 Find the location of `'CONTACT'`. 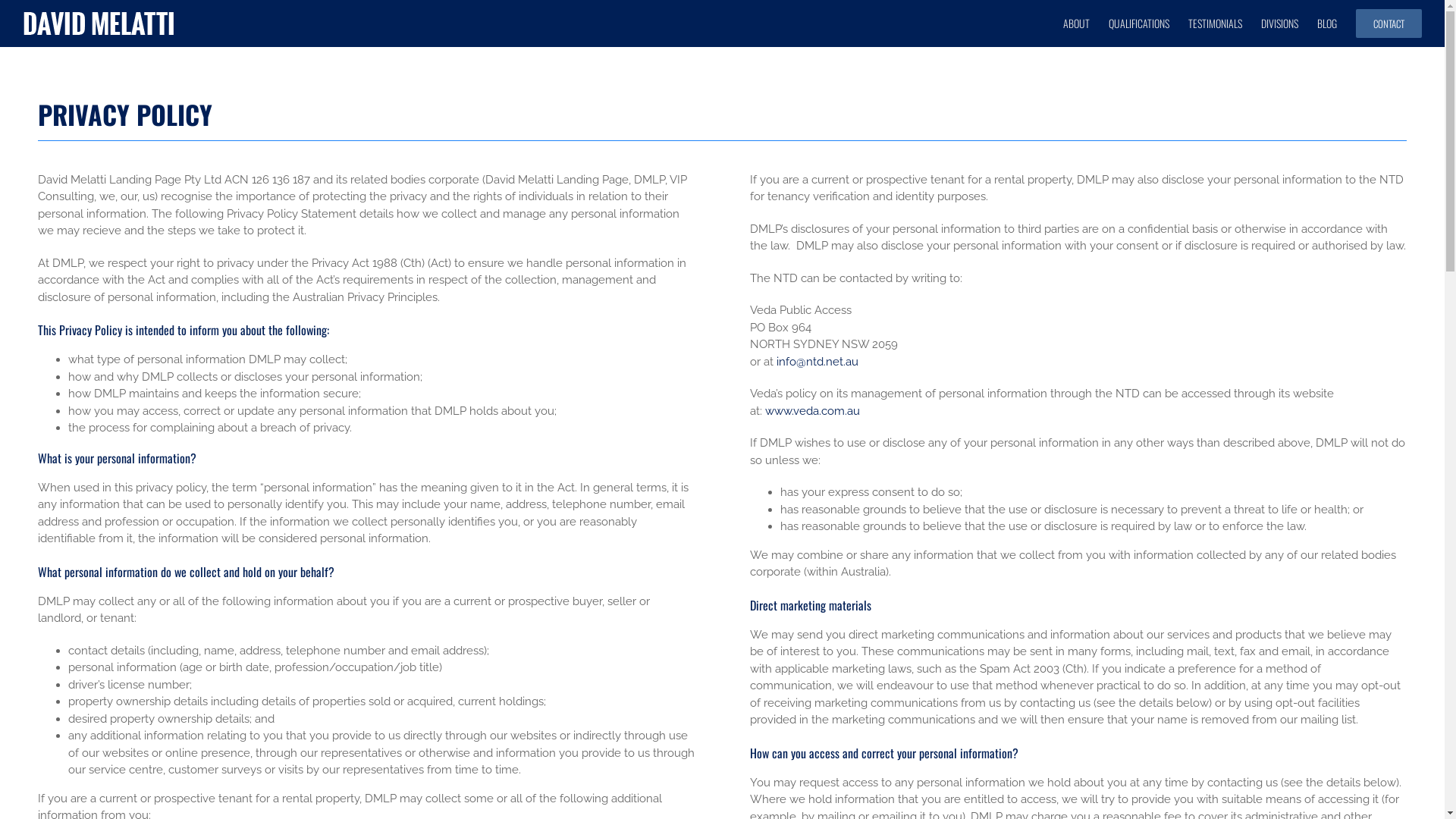

'CONTACT' is located at coordinates (1356, 23).